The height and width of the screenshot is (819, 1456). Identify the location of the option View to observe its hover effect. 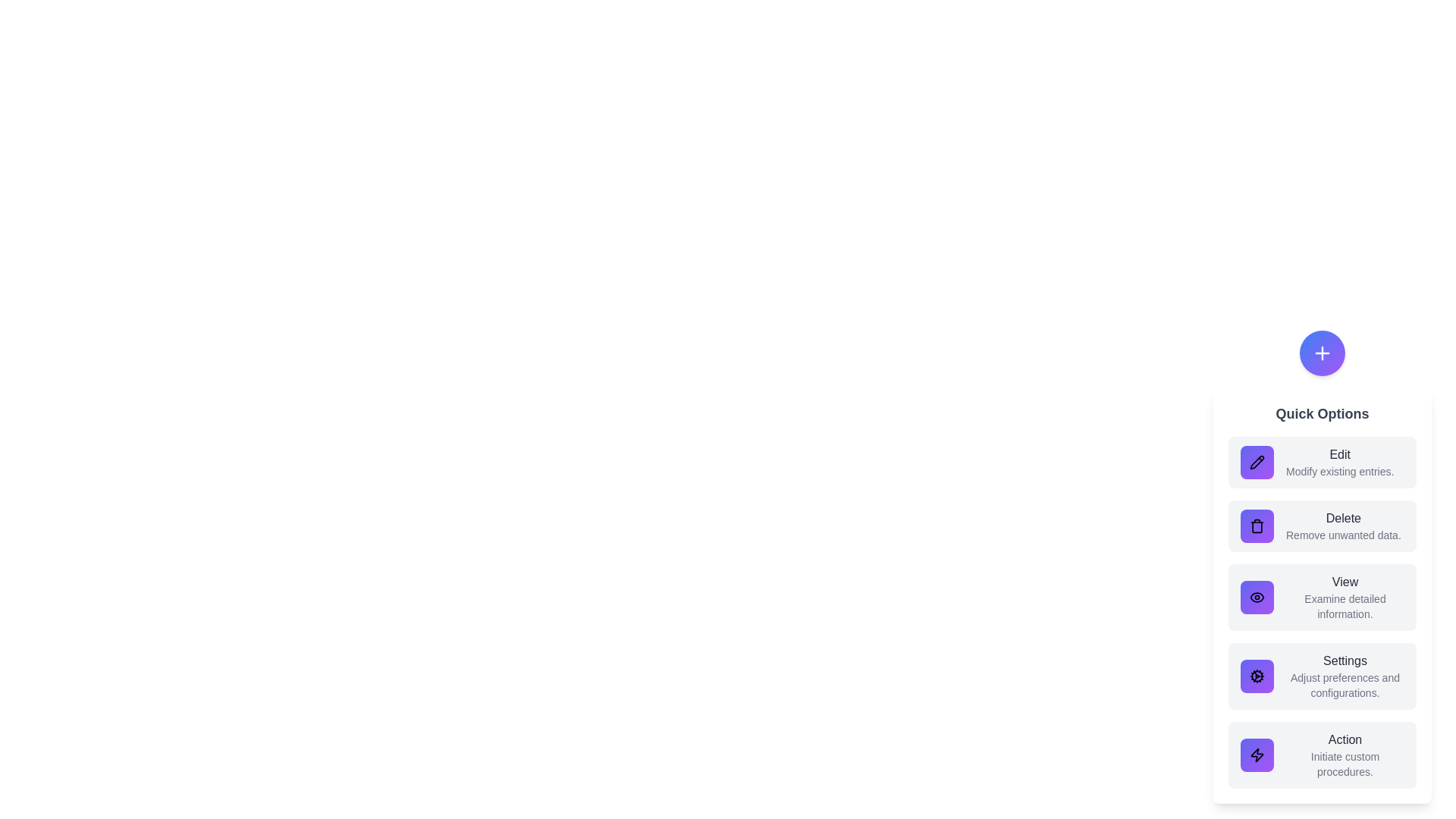
(1321, 596).